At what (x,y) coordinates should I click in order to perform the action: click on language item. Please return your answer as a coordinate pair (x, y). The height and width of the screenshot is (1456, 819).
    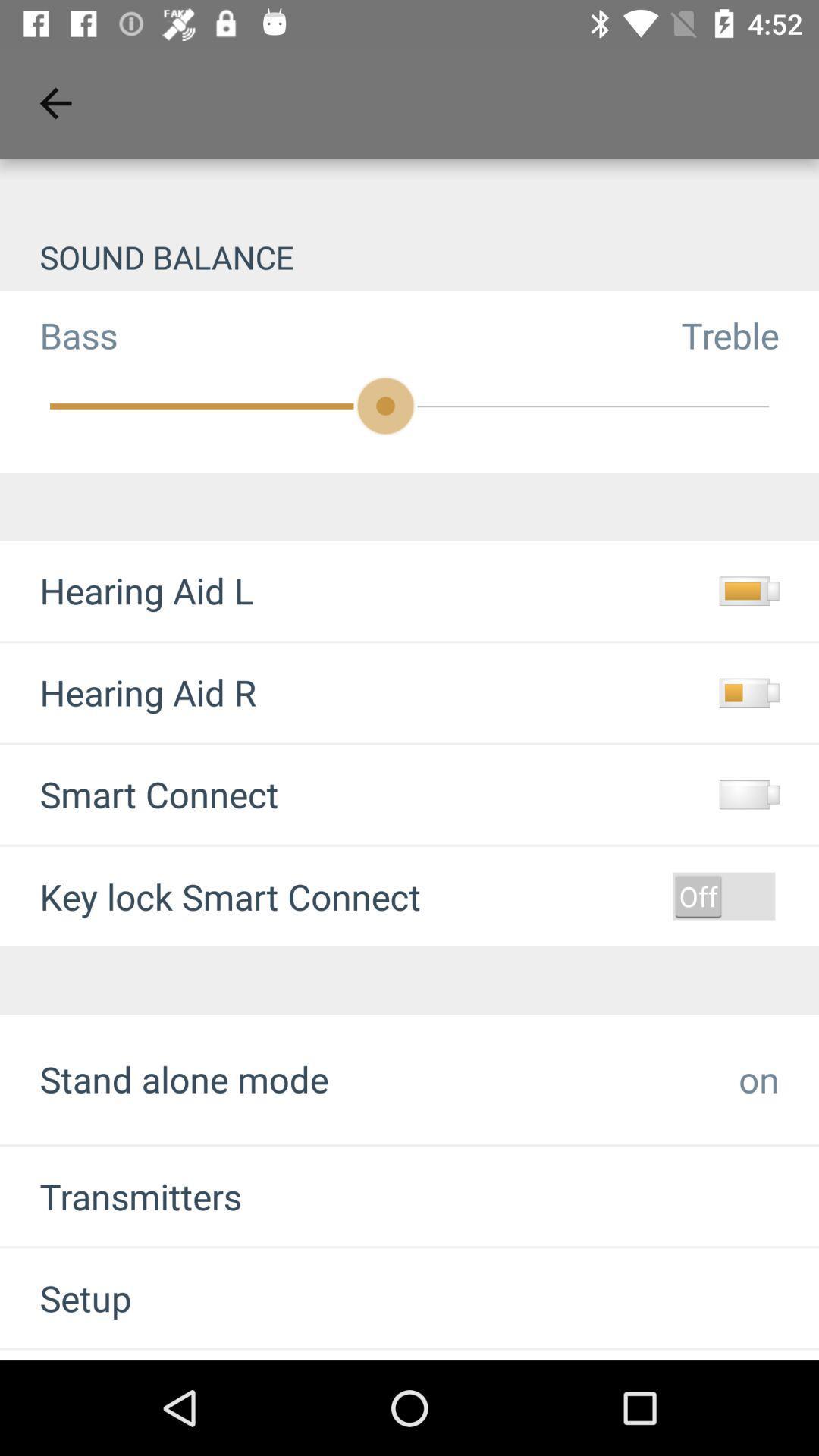
    Looking at the image, I should click on (98, 1355).